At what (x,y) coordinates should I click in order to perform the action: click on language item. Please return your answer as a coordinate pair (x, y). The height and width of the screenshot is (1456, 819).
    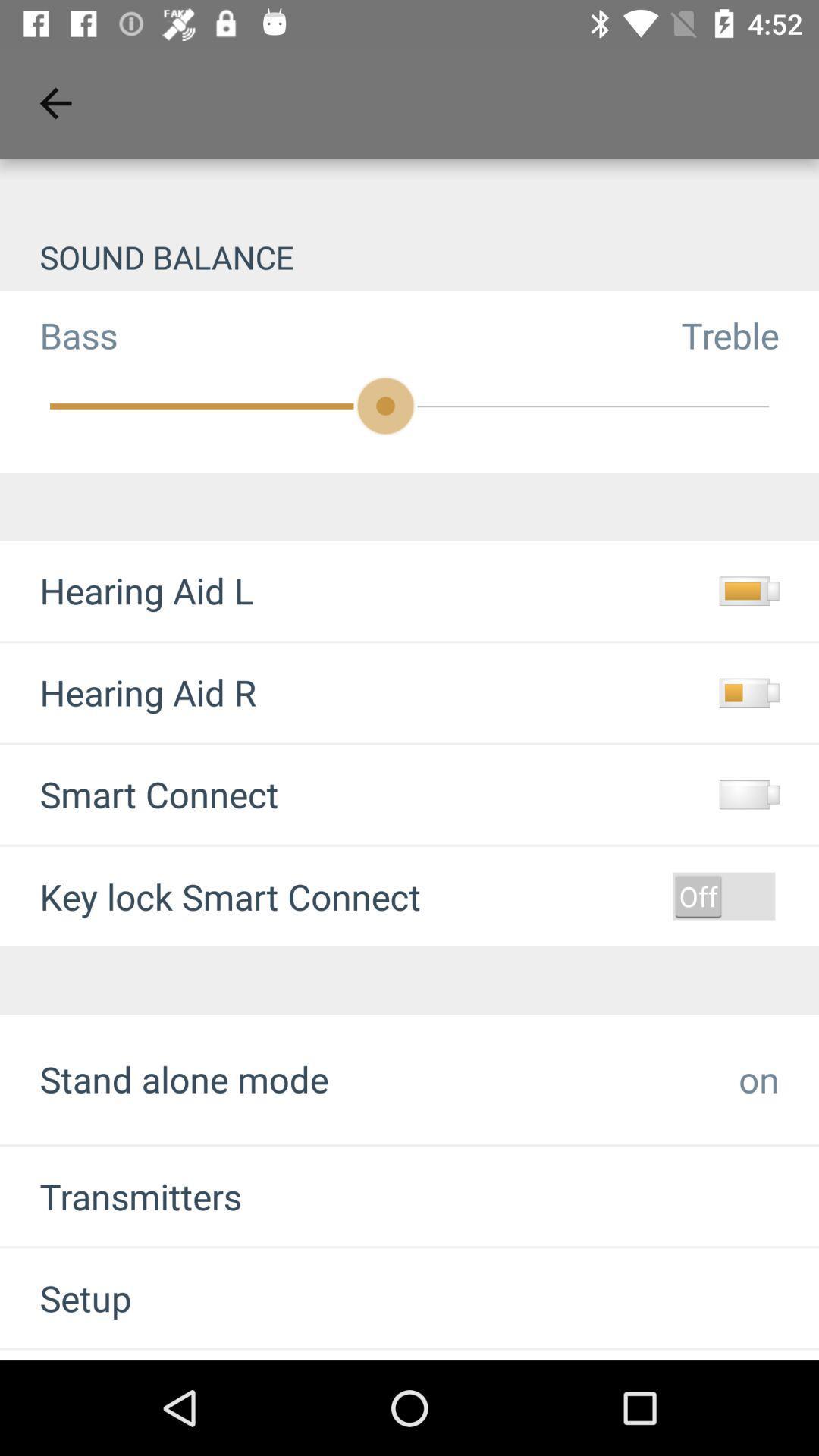
    Looking at the image, I should click on (98, 1355).